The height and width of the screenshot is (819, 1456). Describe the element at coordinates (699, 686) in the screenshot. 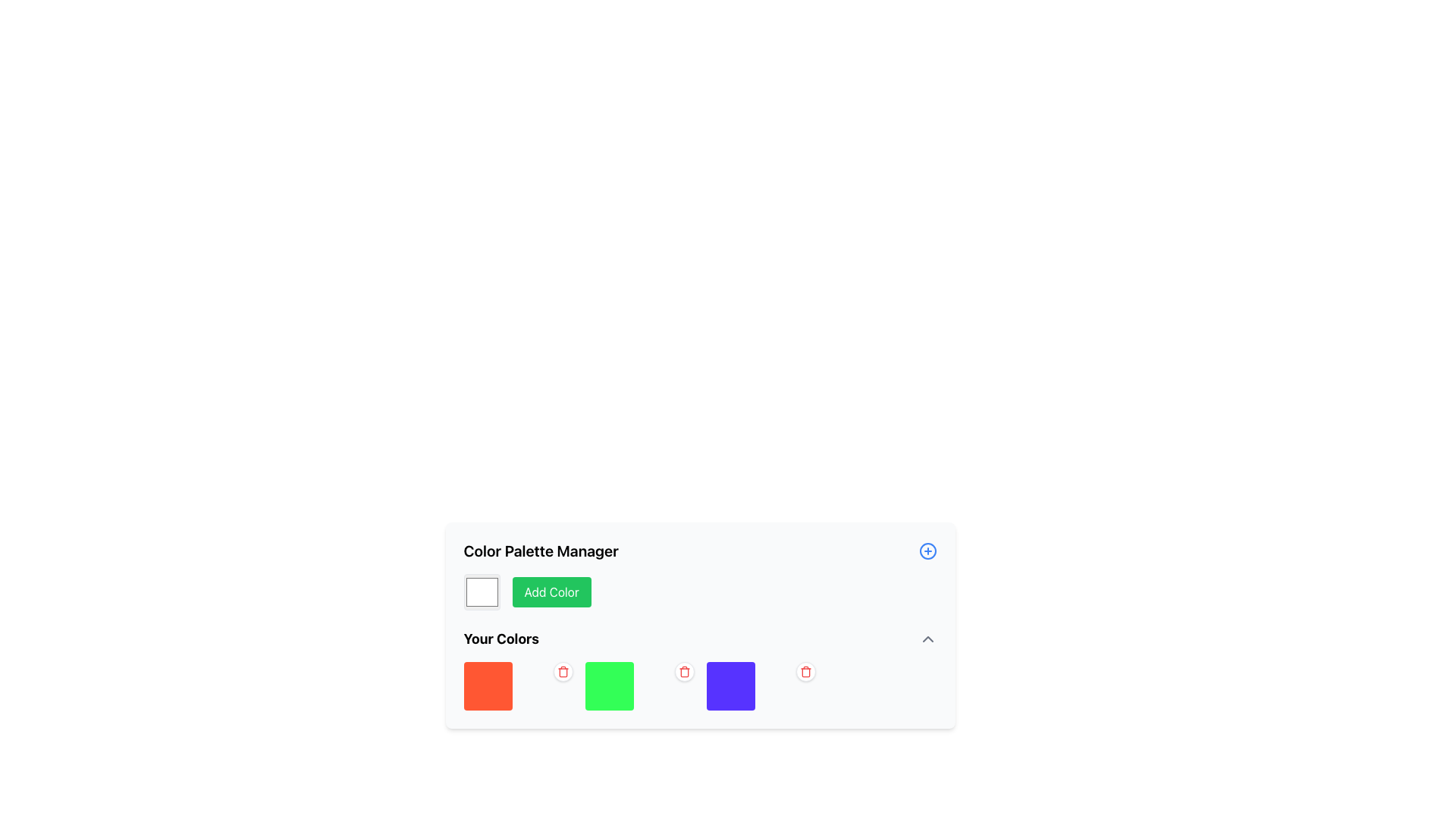

I see `the delete icon located at the top-right corner of the blue color block in the Grid section of 'Your Colors'` at that location.